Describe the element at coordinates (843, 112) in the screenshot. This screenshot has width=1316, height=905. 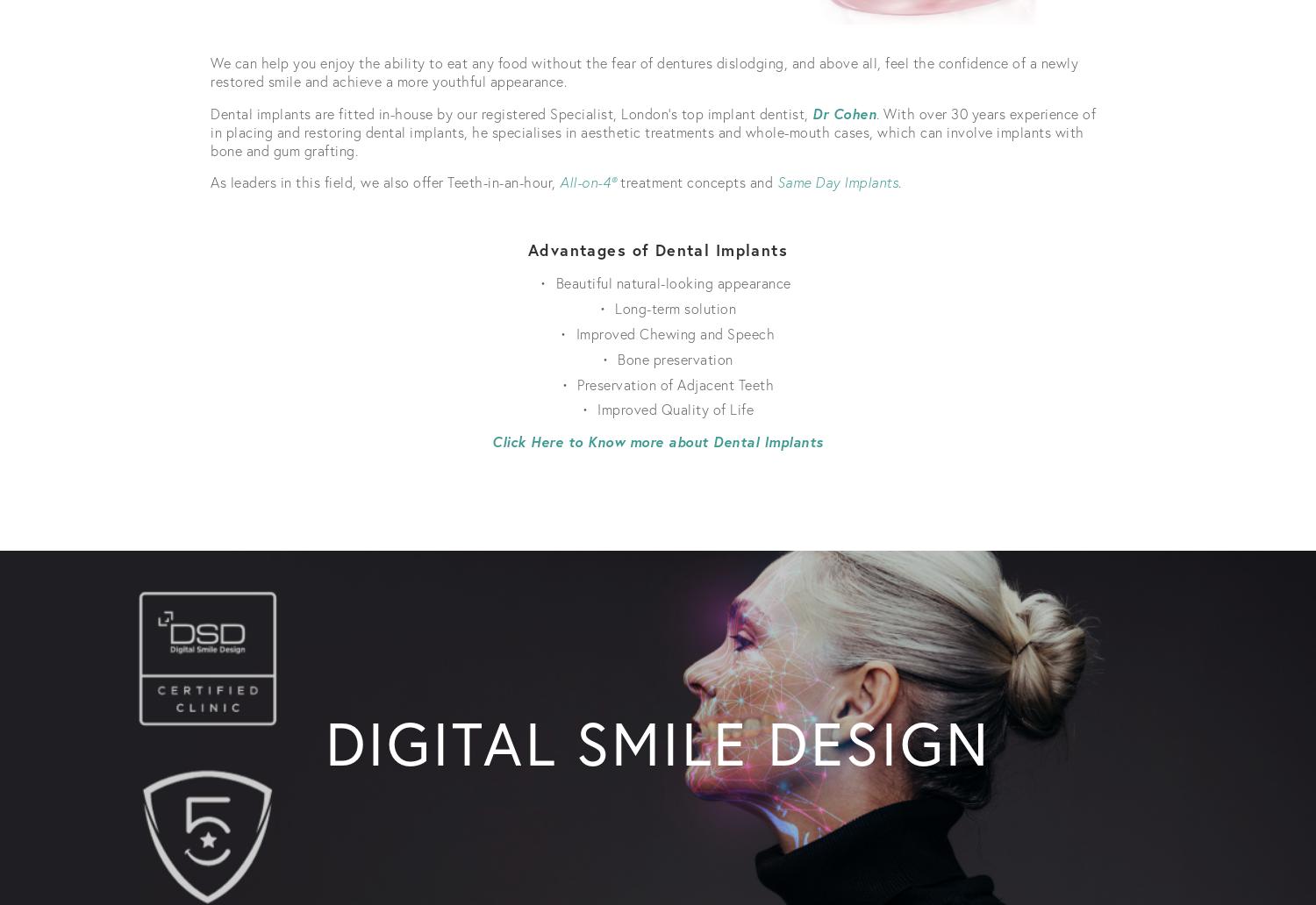
I see `'Dr Cohen'` at that location.